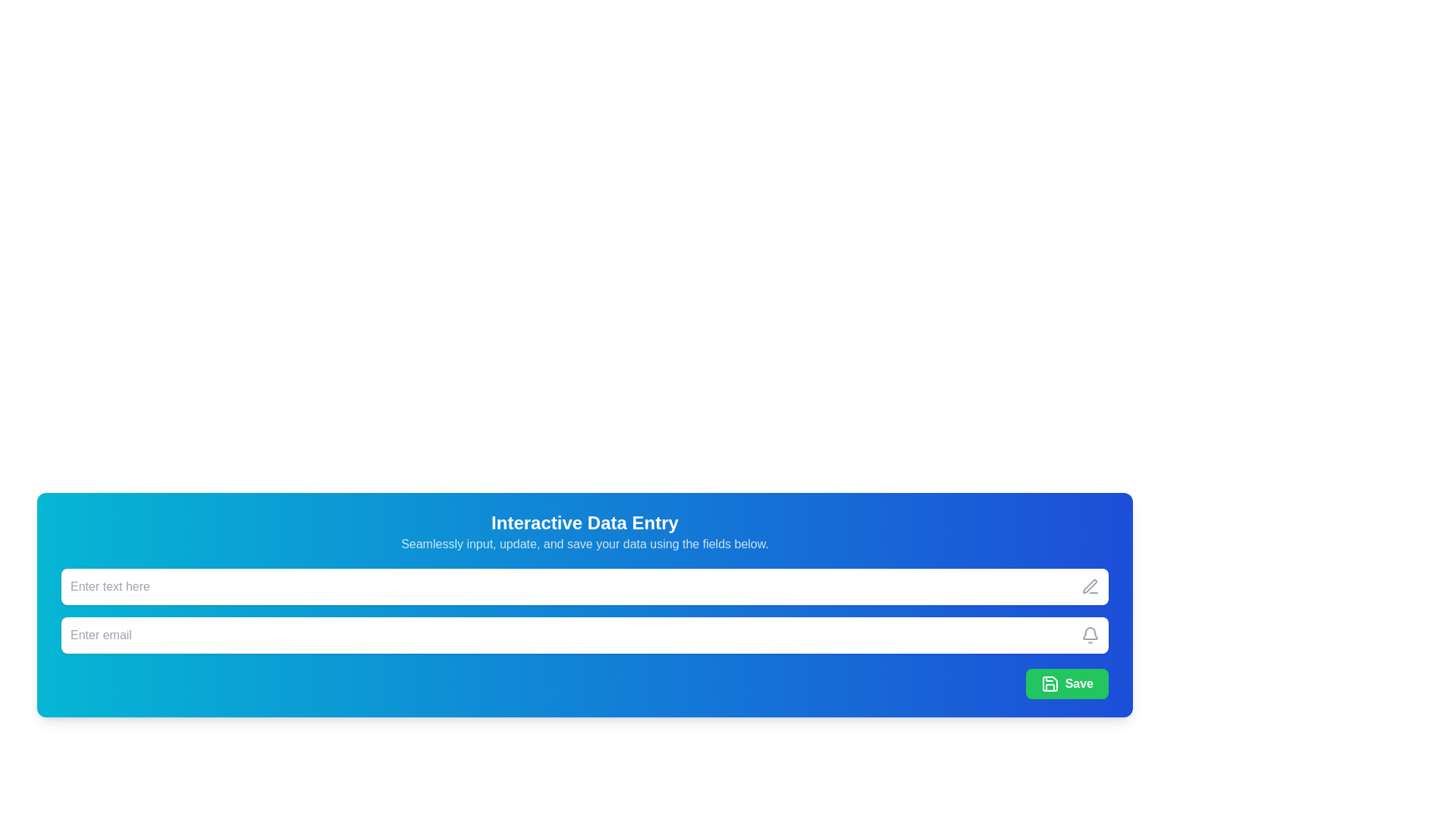 The width and height of the screenshot is (1456, 819). Describe the element at coordinates (1049, 684) in the screenshot. I see `the compact icon resembling a save or file symbol located at the bottom right corner of the green 'Save' button on the blue gradient user input panel` at that location.